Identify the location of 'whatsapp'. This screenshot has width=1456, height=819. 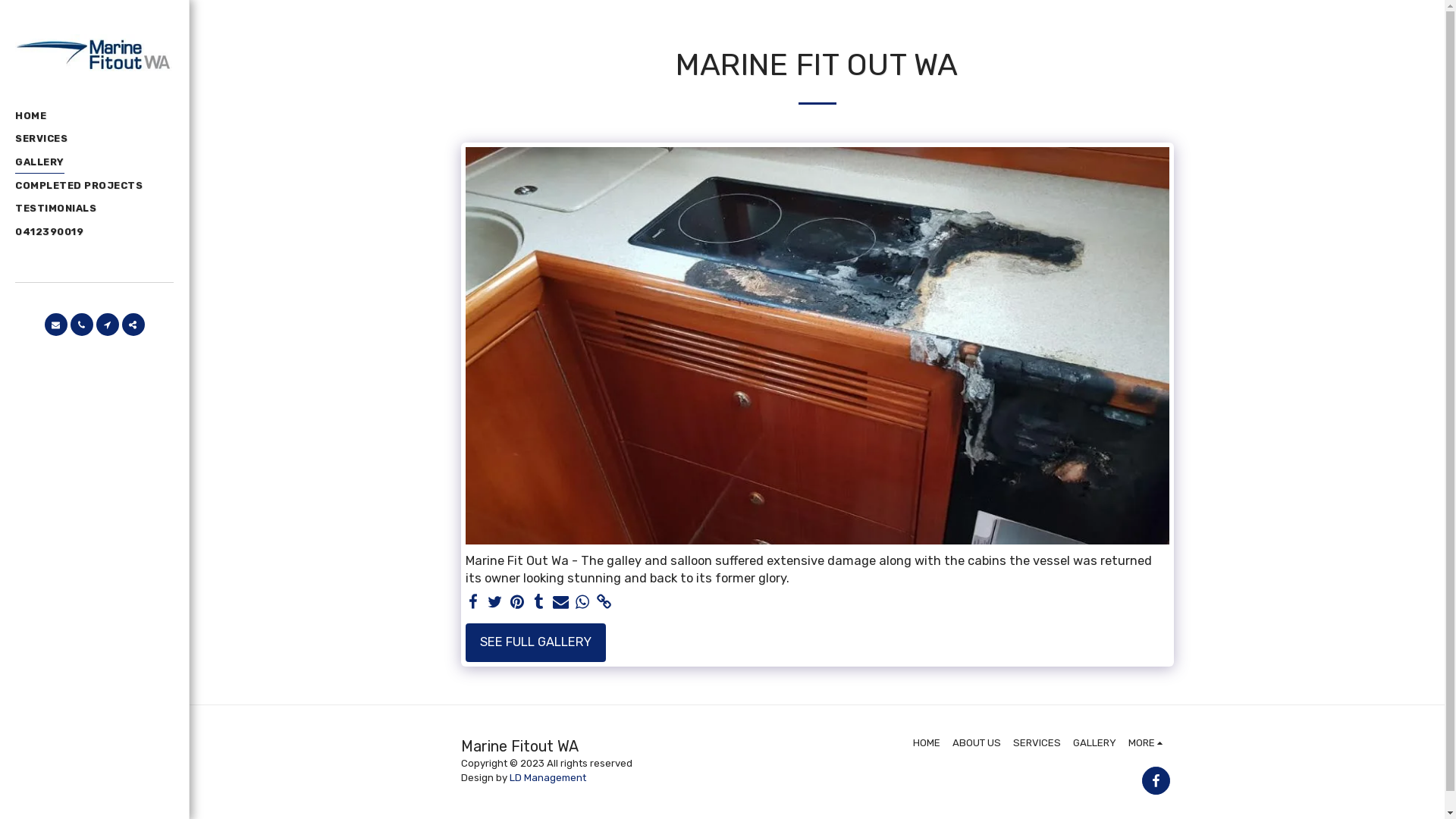
(582, 601).